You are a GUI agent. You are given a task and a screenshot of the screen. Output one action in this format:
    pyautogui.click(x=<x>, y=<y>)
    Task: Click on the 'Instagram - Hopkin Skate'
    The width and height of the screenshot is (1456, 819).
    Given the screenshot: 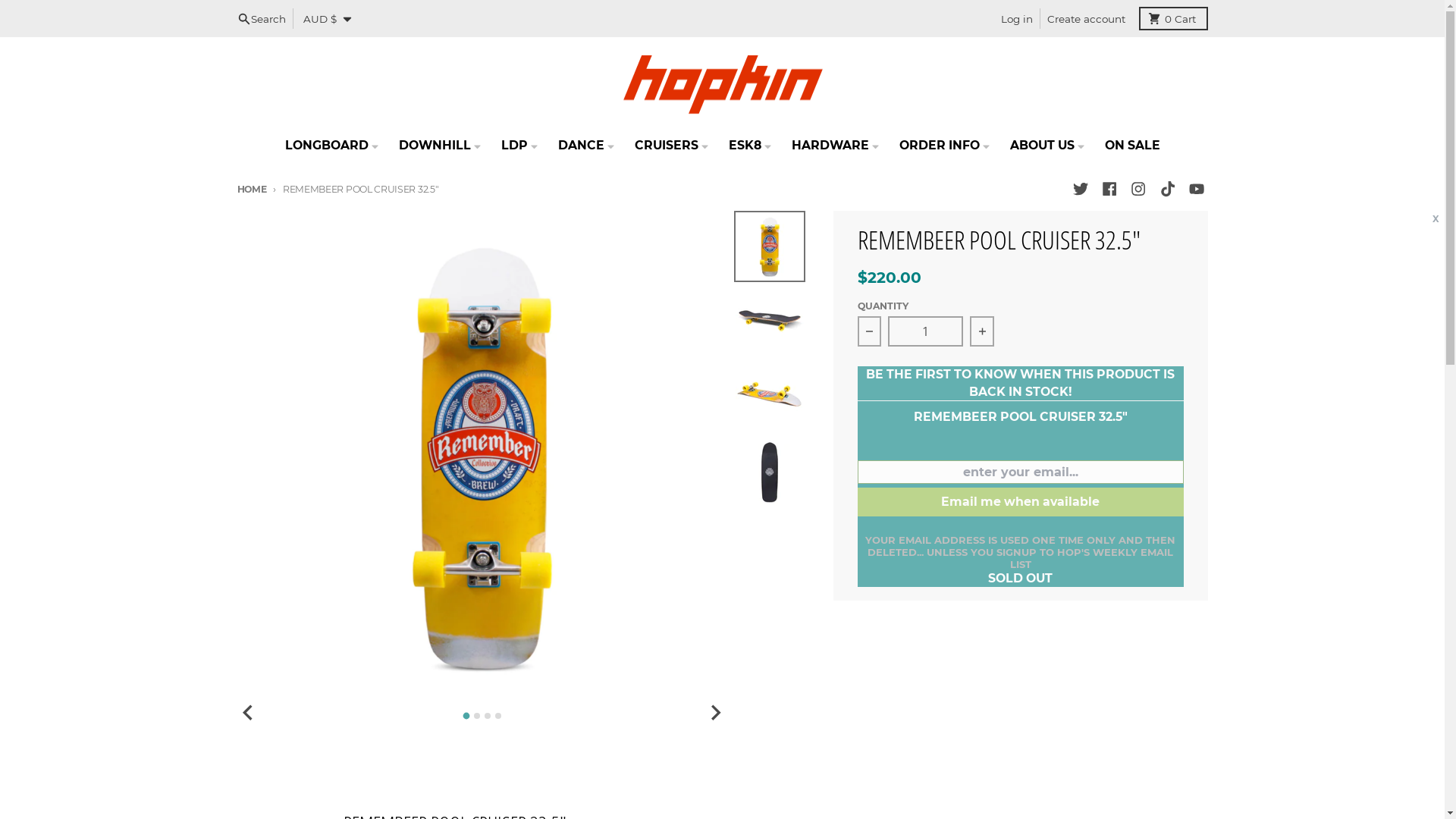 What is the action you would take?
    pyautogui.click(x=1138, y=188)
    